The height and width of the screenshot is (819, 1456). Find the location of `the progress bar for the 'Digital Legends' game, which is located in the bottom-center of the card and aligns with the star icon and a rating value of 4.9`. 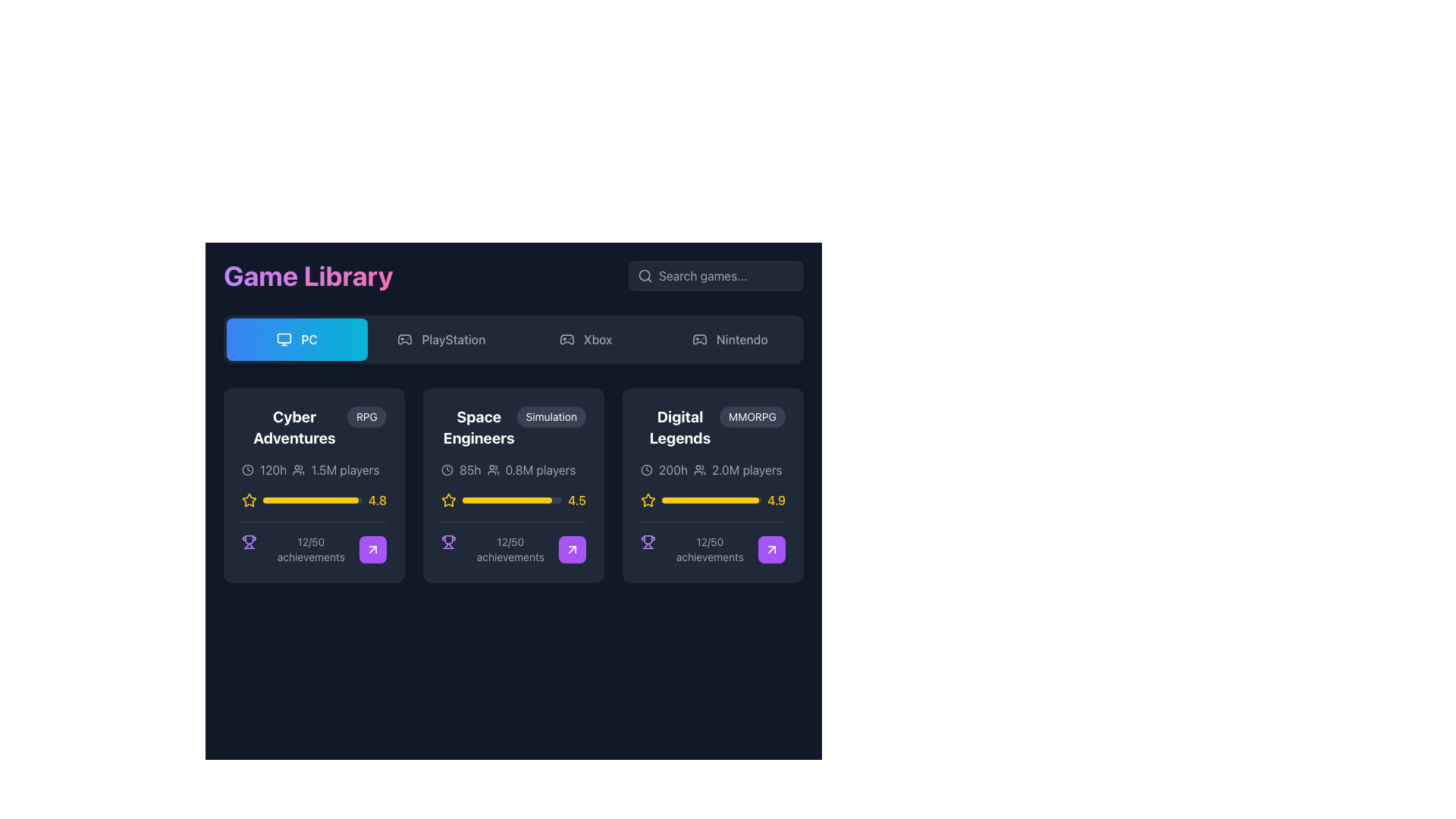

the progress bar for the 'Digital Legends' game, which is located in the bottom-center of the card and aligns with the star icon and a rating value of 4.9 is located at coordinates (710, 500).